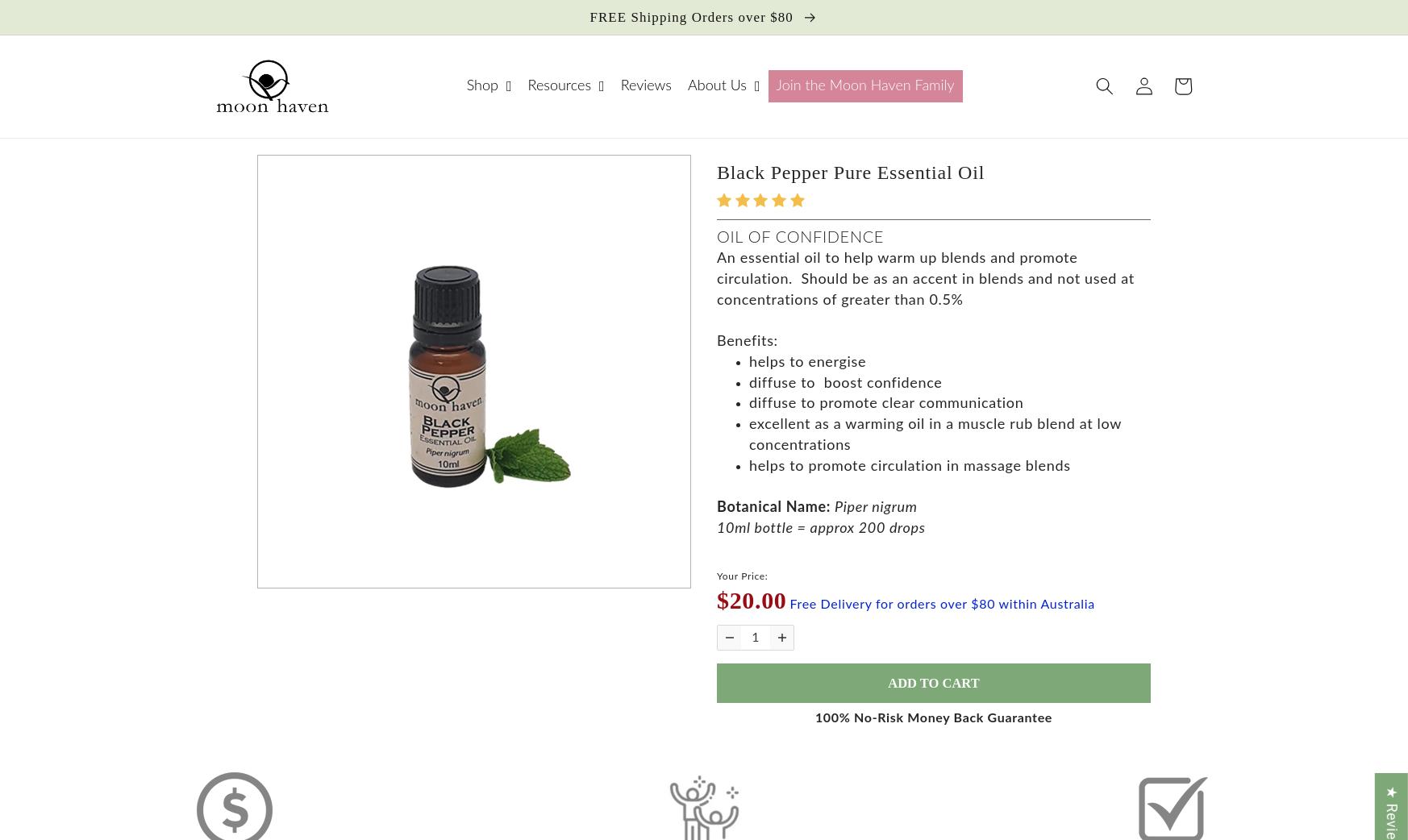 The width and height of the screenshot is (1408, 840). Describe the element at coordinates (706, 227) in the screenshot. I see `'Meet The Team'` at that location.